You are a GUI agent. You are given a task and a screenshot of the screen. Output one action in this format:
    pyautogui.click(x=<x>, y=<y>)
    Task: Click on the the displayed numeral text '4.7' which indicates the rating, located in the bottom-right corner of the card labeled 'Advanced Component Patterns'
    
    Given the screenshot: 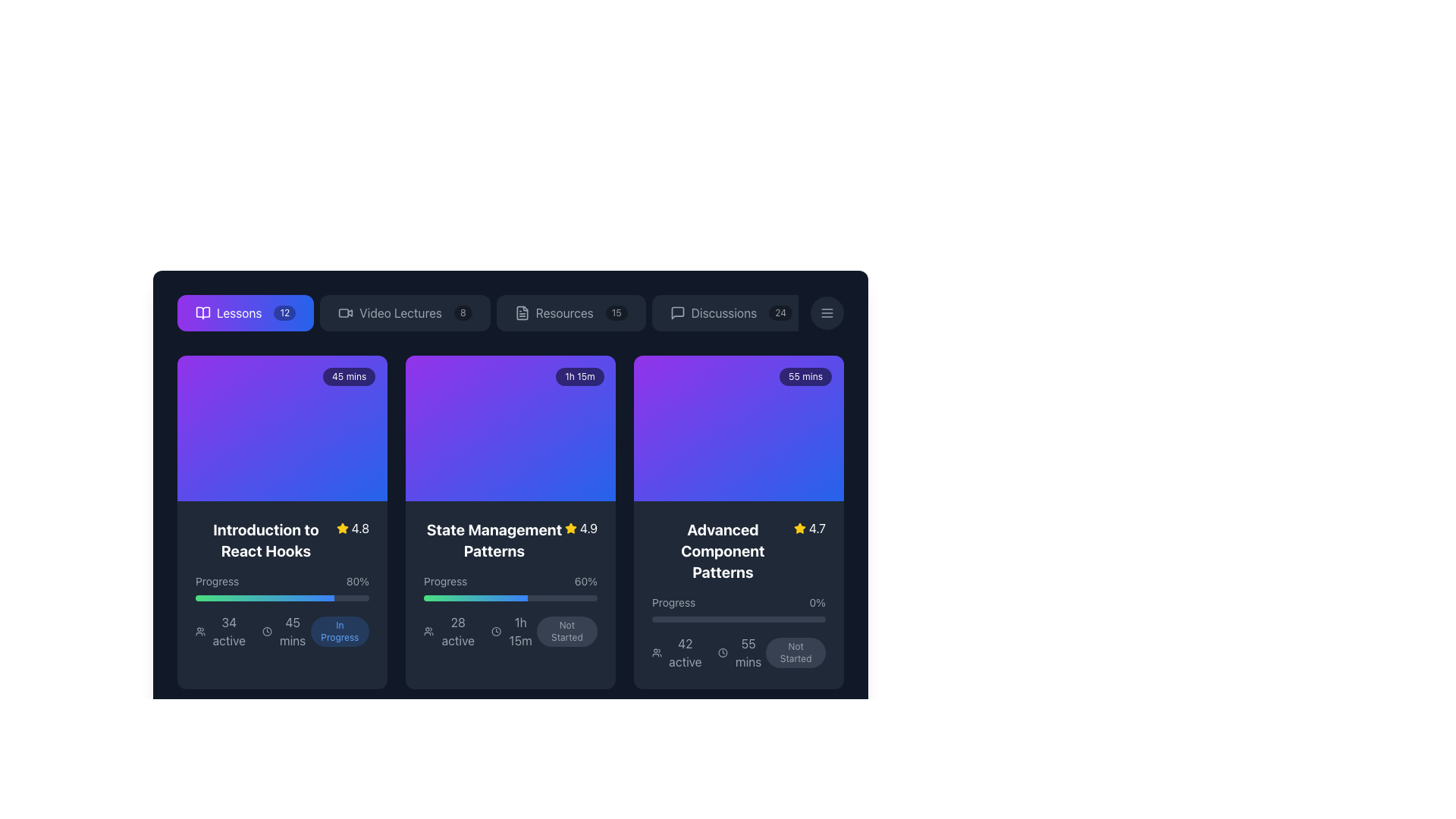 What is the action you would take?
    pyautogui.click(x=816, y=528)
    